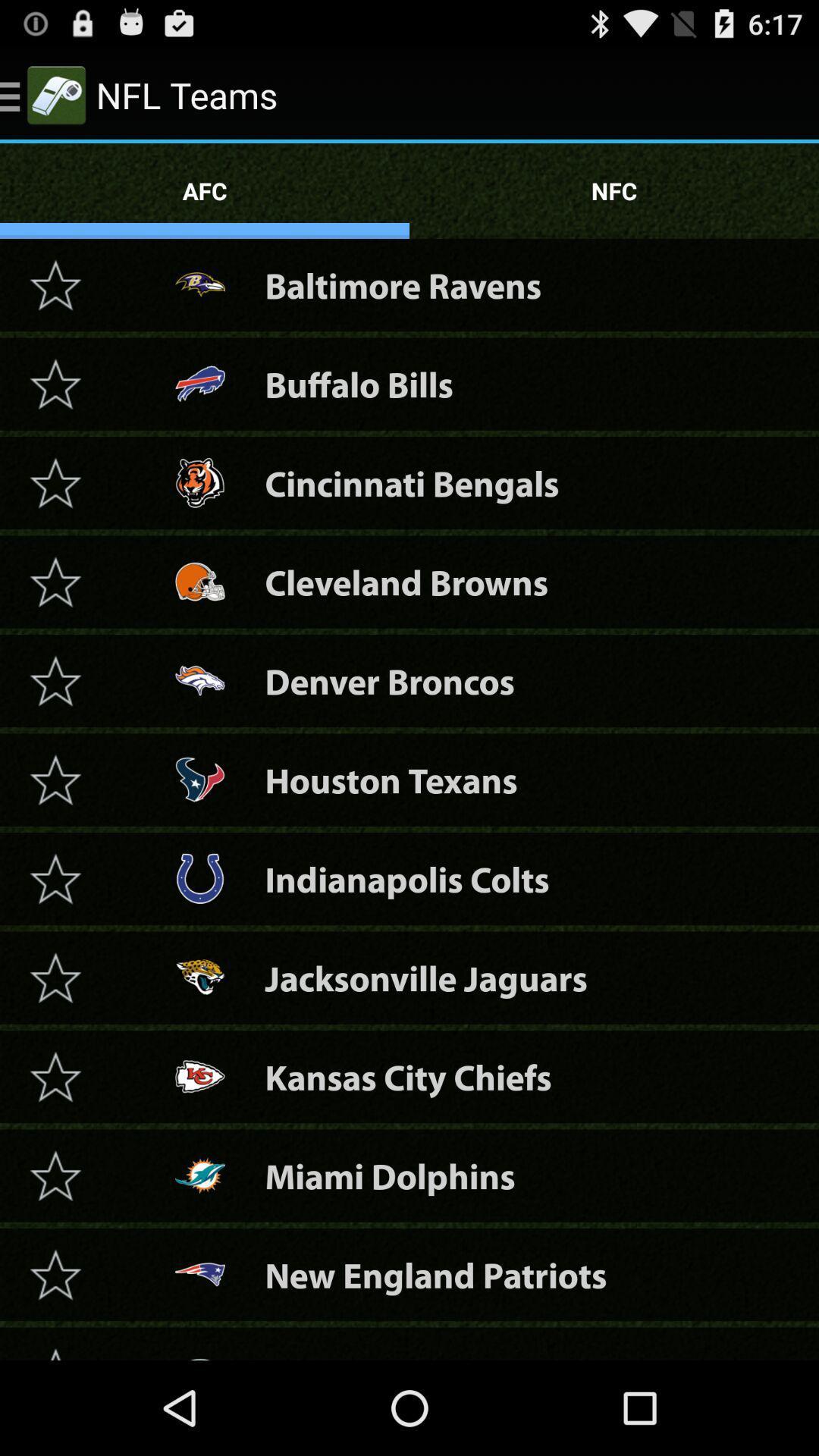 This screenshot has height=1456, width=819. I want to click on mark as favorite, so click(55, 1075).